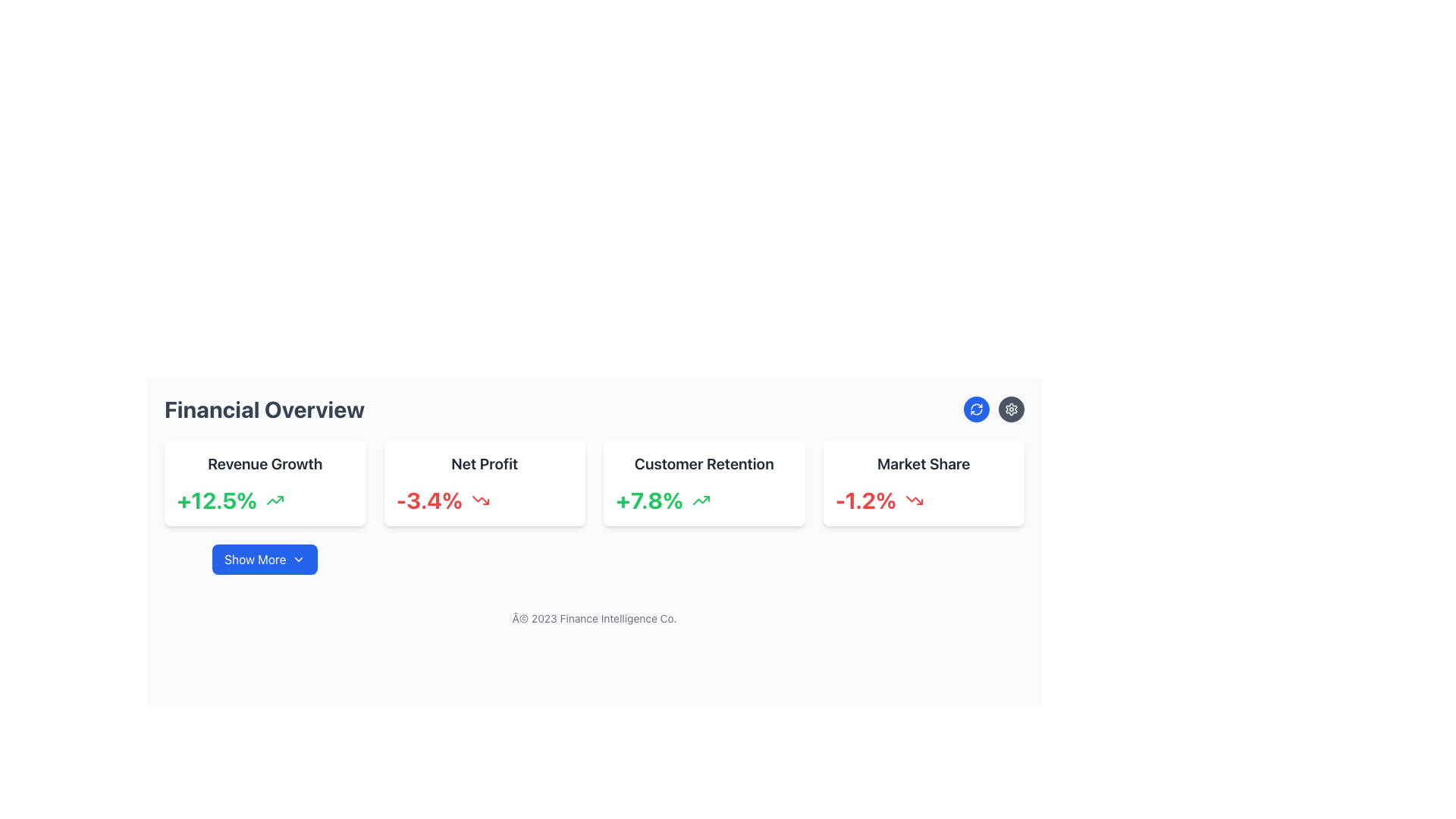 This screenshot has height=819, width=1456. Describe the element at coordinates (923, 500) in the screenshot. I see `the Text and Icon Combination displaying '-1.2%' in bold red font, associated with a downward arrow icon, located in the 'Market Share' card in the 'Financial Overview' section` at that location.